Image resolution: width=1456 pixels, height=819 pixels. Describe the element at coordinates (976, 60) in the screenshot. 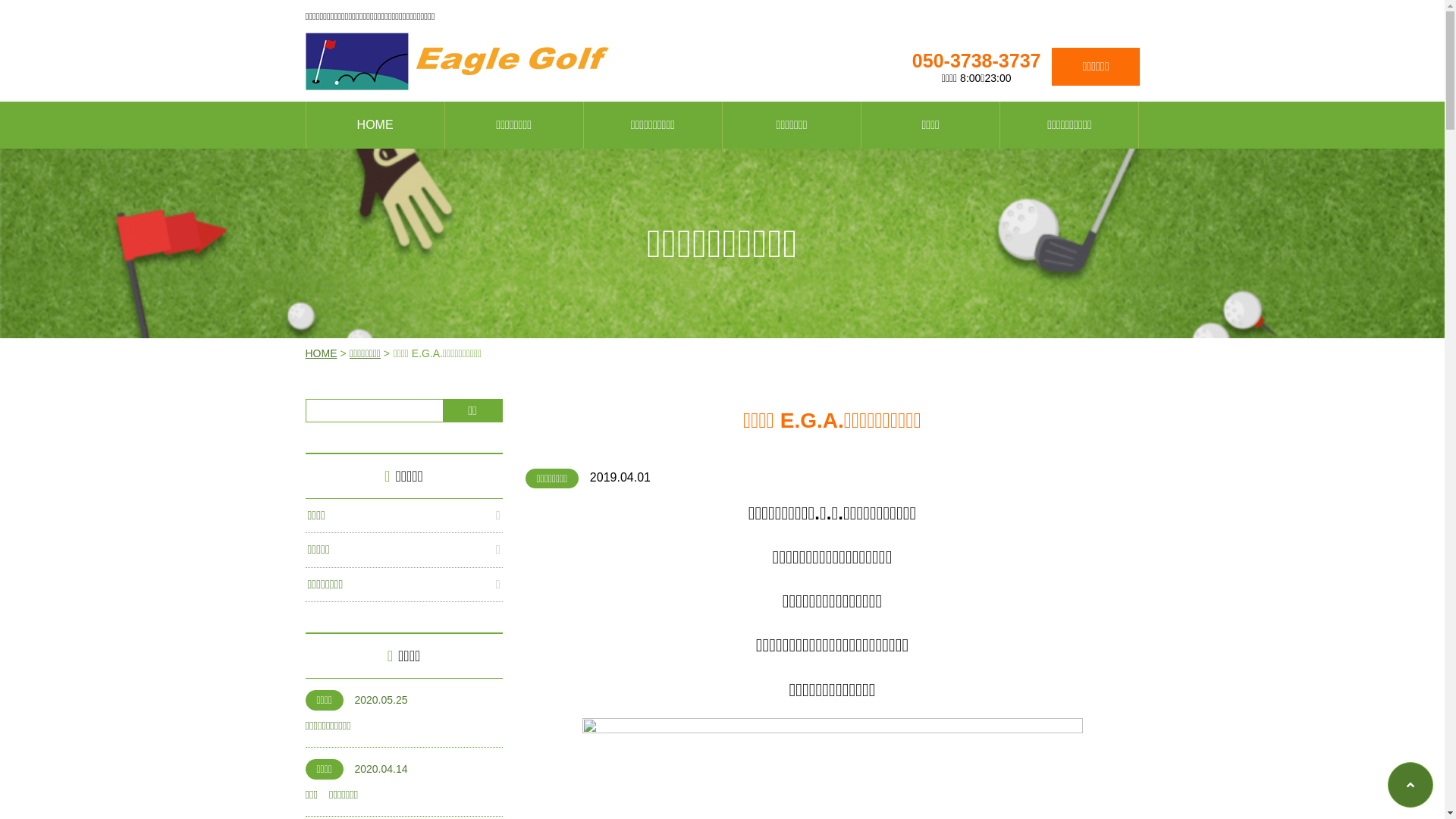

I see `'050-3738-3737'` at that location.